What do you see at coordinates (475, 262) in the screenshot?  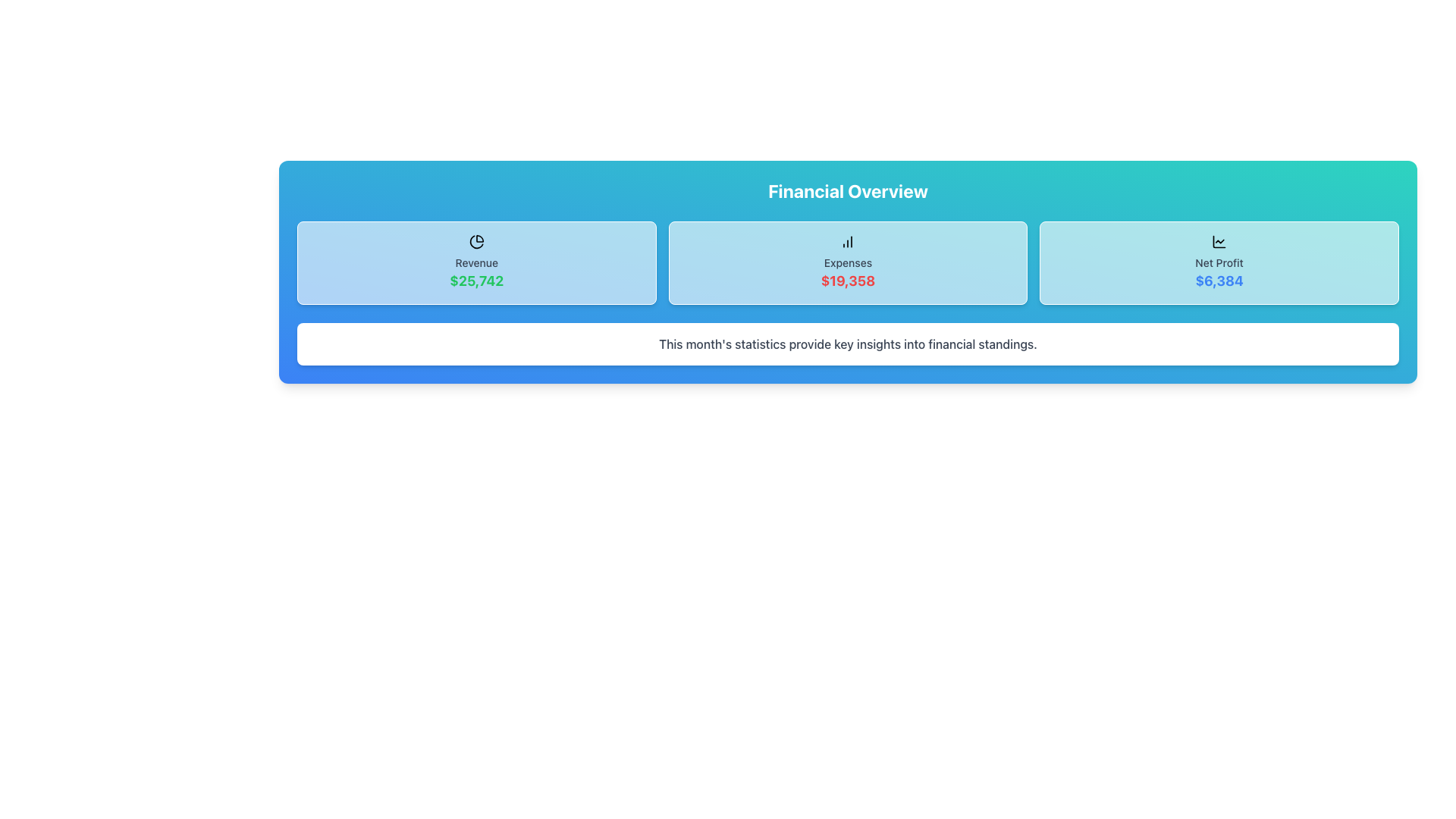 I see `the Informational Card displaying revenue information located at the leftmost position under the 'Financial Overview' heading` at bounding box center [475, 262].